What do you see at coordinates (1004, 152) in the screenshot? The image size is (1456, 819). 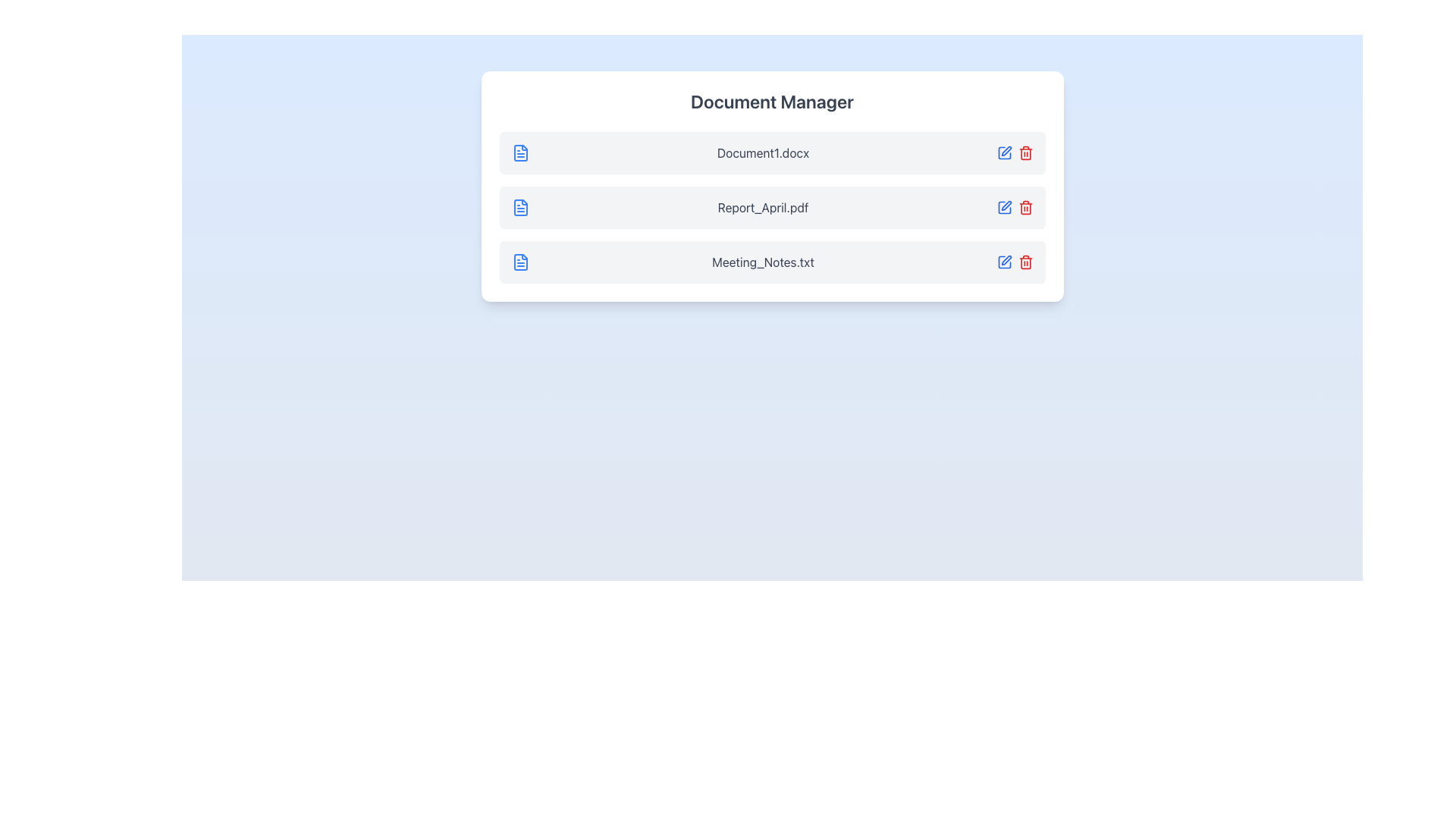 I see `the edit button located to the right of 'Document1.docx' to initiate editing` at bounding box center [1004, 152].